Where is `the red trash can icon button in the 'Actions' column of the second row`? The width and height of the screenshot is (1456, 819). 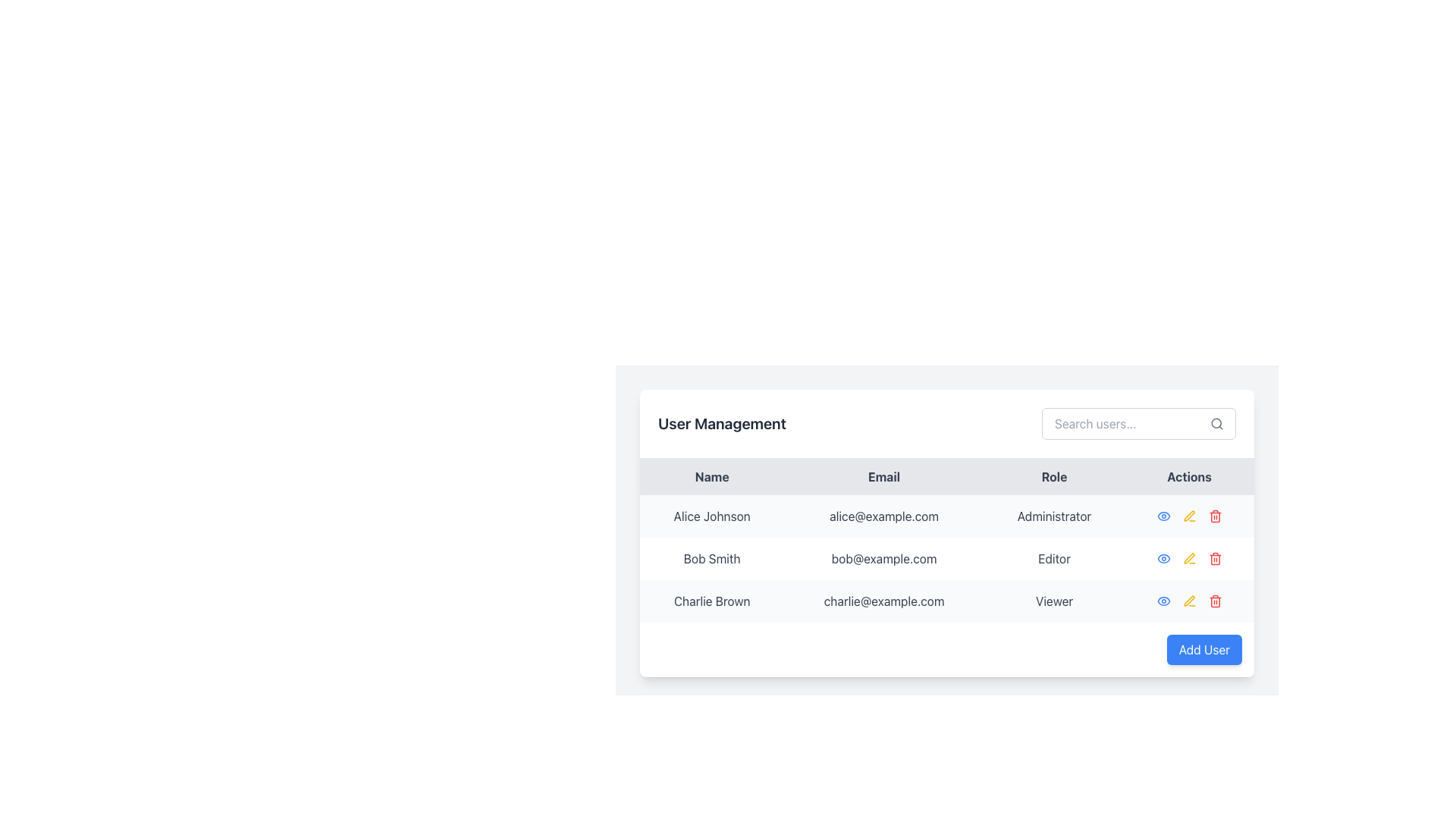
the red trash can icon button in the 'Actions' column of the second row is located at coordinates (1215, 558).